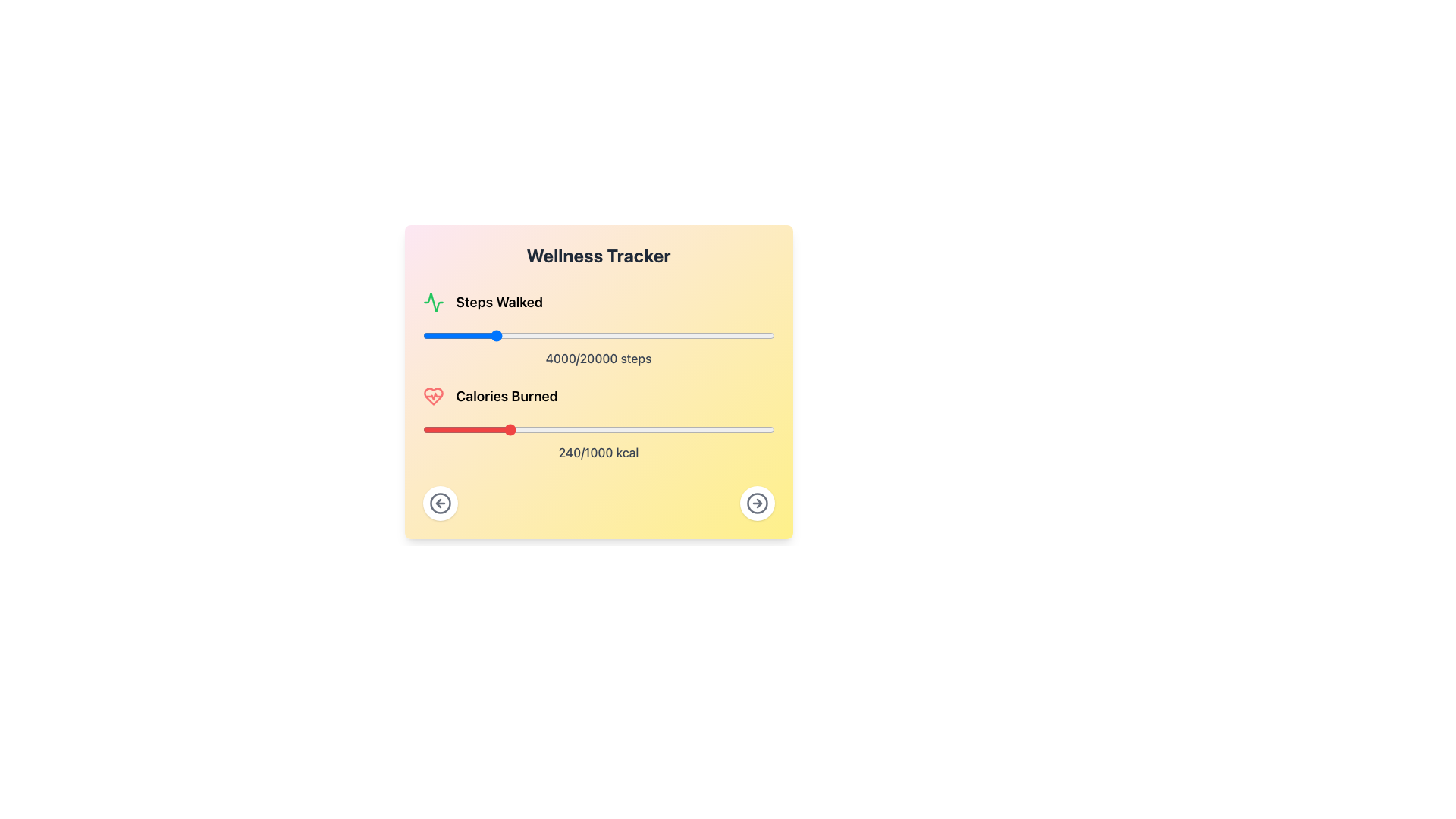 The height and width of the screenshot is (819, 1456). What do you see at coordinates (773, 335) in the screenshot?
I see `the steps walked` at bounding box center [773, 335].